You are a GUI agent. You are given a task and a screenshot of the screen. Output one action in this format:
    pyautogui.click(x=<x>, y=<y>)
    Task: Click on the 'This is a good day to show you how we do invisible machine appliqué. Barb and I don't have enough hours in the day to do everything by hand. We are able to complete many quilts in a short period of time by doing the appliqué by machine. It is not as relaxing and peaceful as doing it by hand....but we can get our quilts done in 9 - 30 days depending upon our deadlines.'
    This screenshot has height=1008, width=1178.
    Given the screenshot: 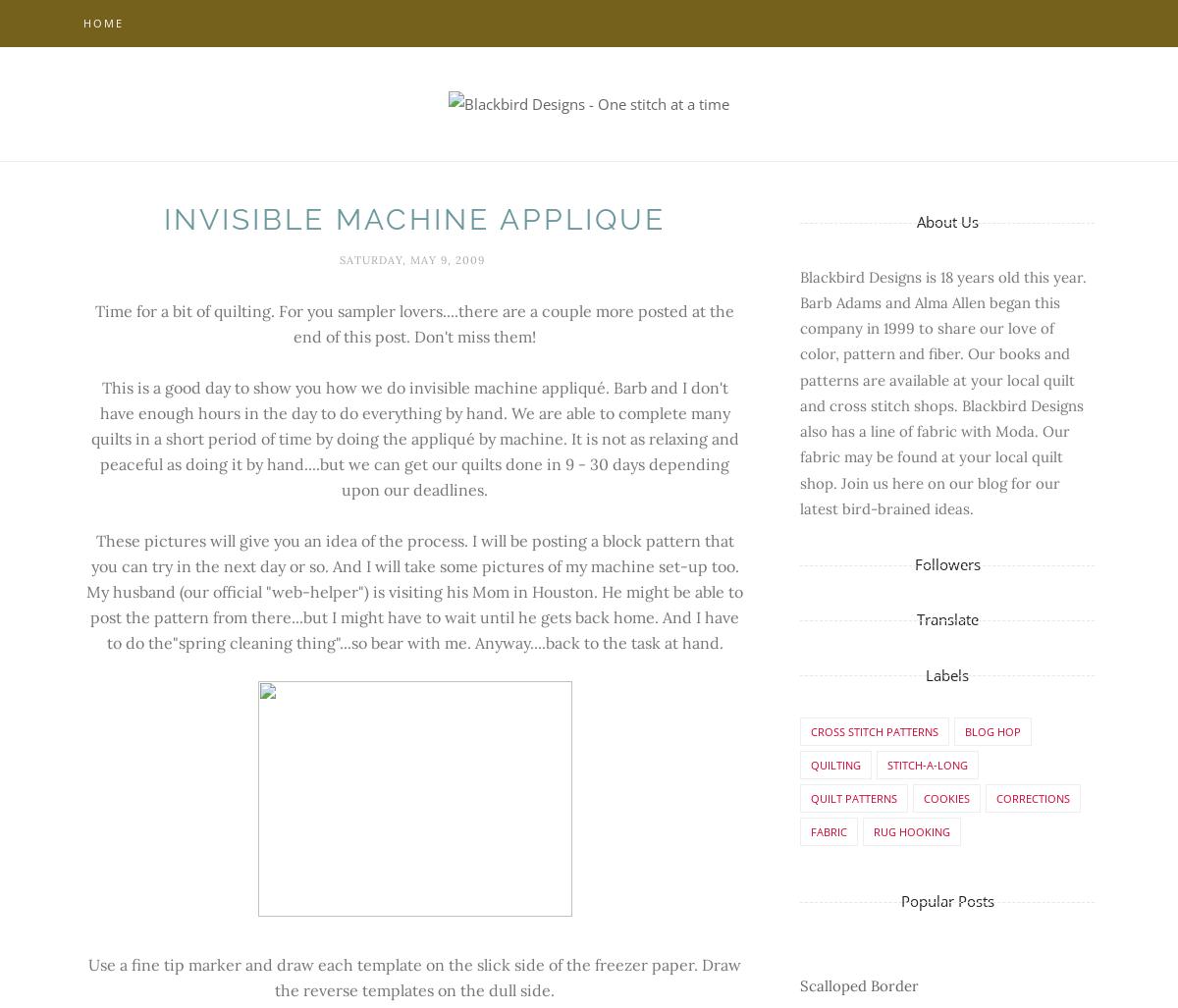 What is the action you would take?
    pyautogui.click(x=414, y=437)
    